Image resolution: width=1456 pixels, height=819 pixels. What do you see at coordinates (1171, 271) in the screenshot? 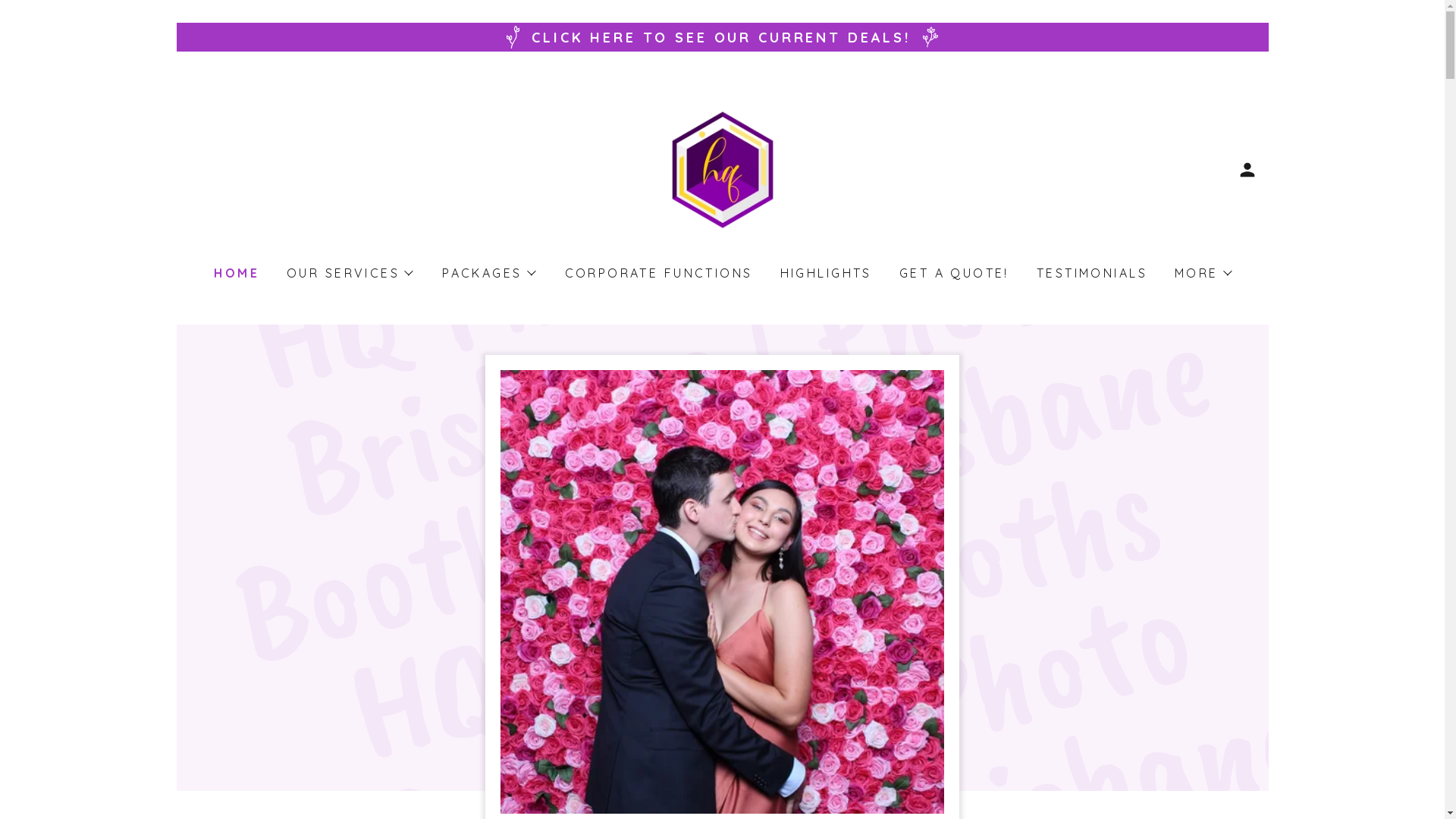
I see `'MORE'` at bounding box center [1171, 271].